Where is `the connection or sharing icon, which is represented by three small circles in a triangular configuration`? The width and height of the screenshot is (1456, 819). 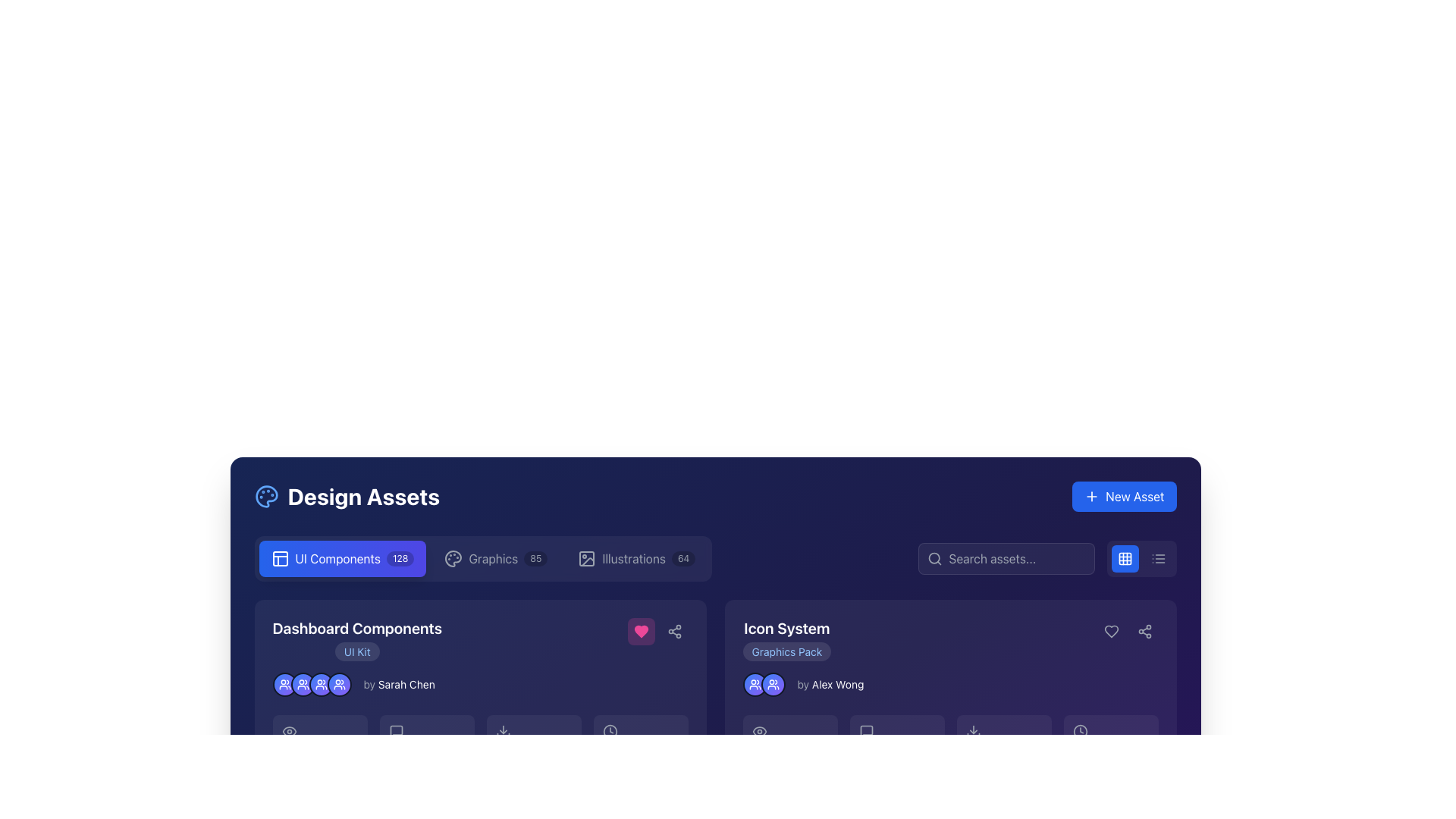 the connection or sharing icon, which is represented by three small circles in a triangular configuration is located at coordinates (1144, 632).